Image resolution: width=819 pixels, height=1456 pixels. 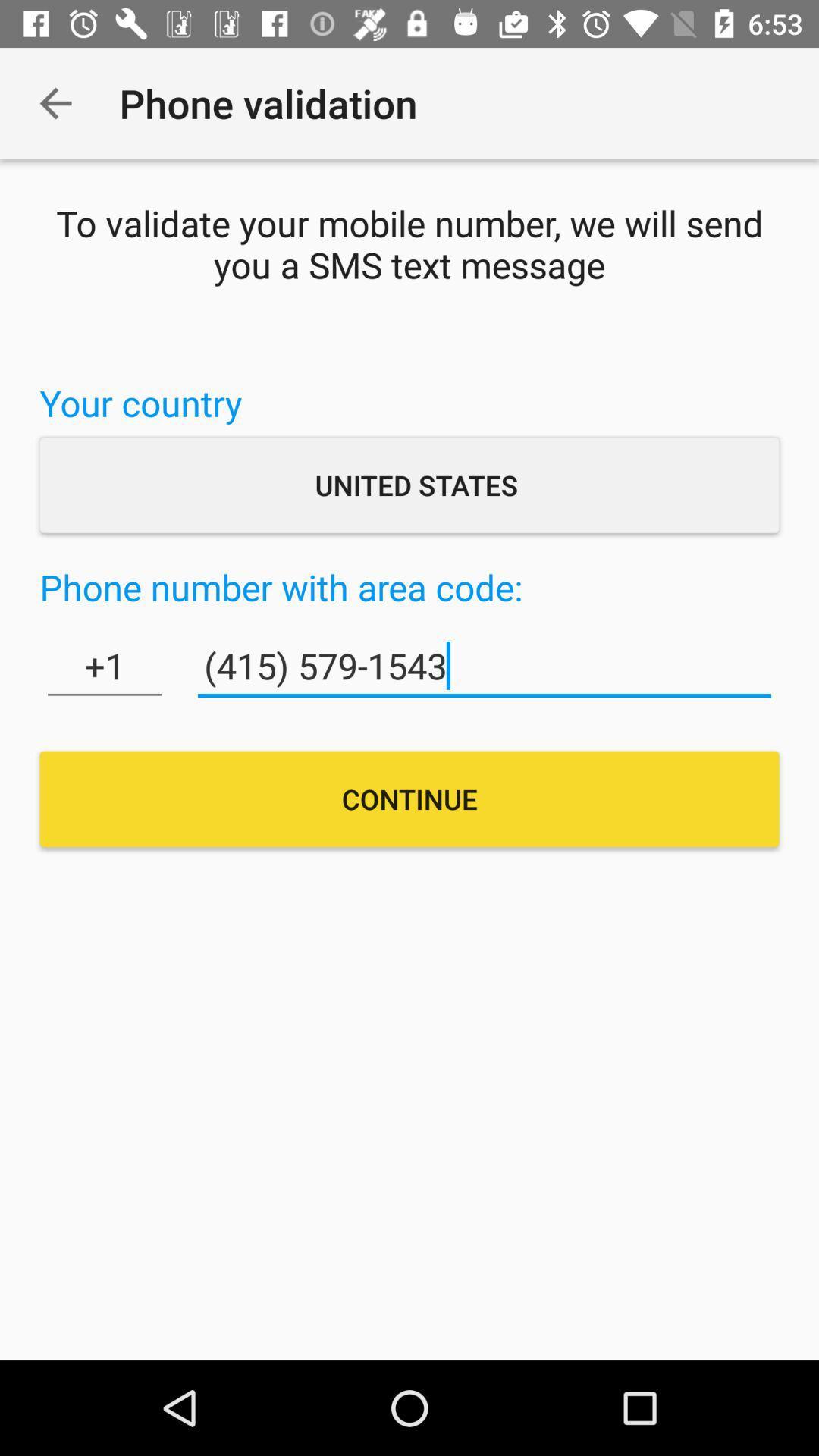 What do you see at coordinates (409, 484) in the screenshot?
I see `the united states item` at bounding box center [409, 484].